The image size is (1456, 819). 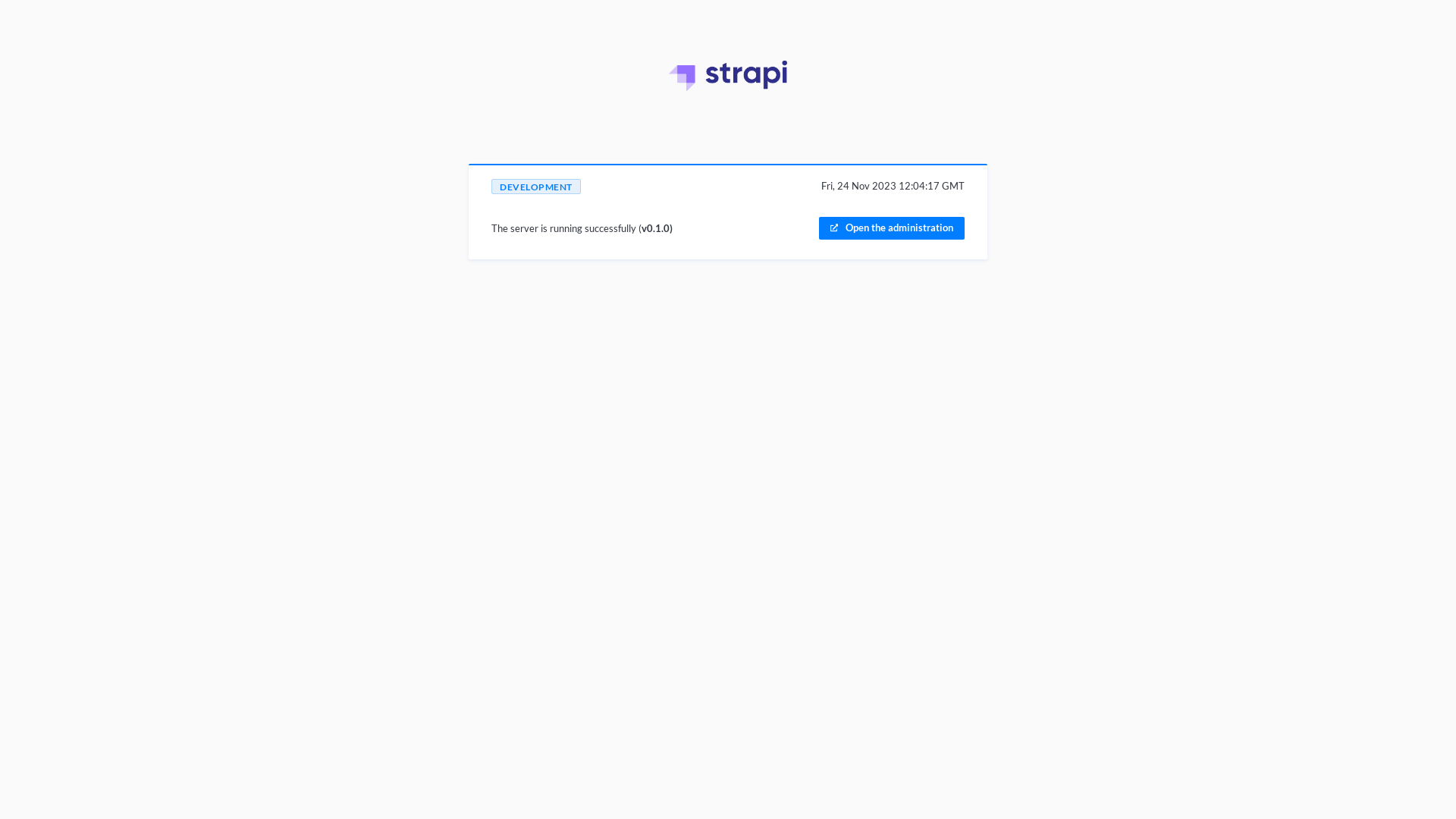 What do you see at coordinates (892, 227) in the screenshot?
I see `'Open the administration'` at bounding box center [892, 227].